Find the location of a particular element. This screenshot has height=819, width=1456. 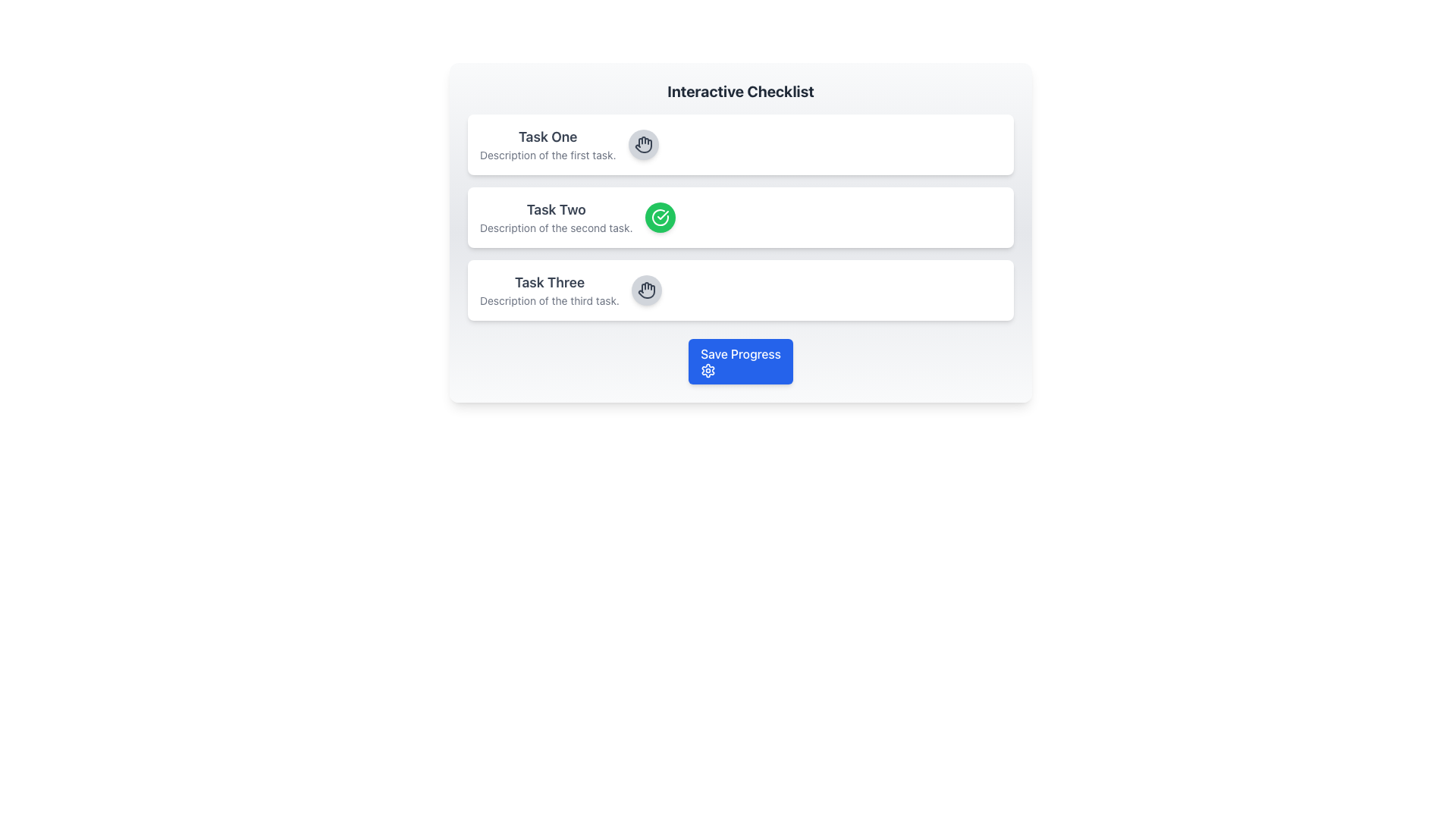

the header text 'Task Two' which is styled with a bold, larger font in dark gray color, prominently positioned in the central panel of the interactive checklist interface is located at coordinates (555, 210).